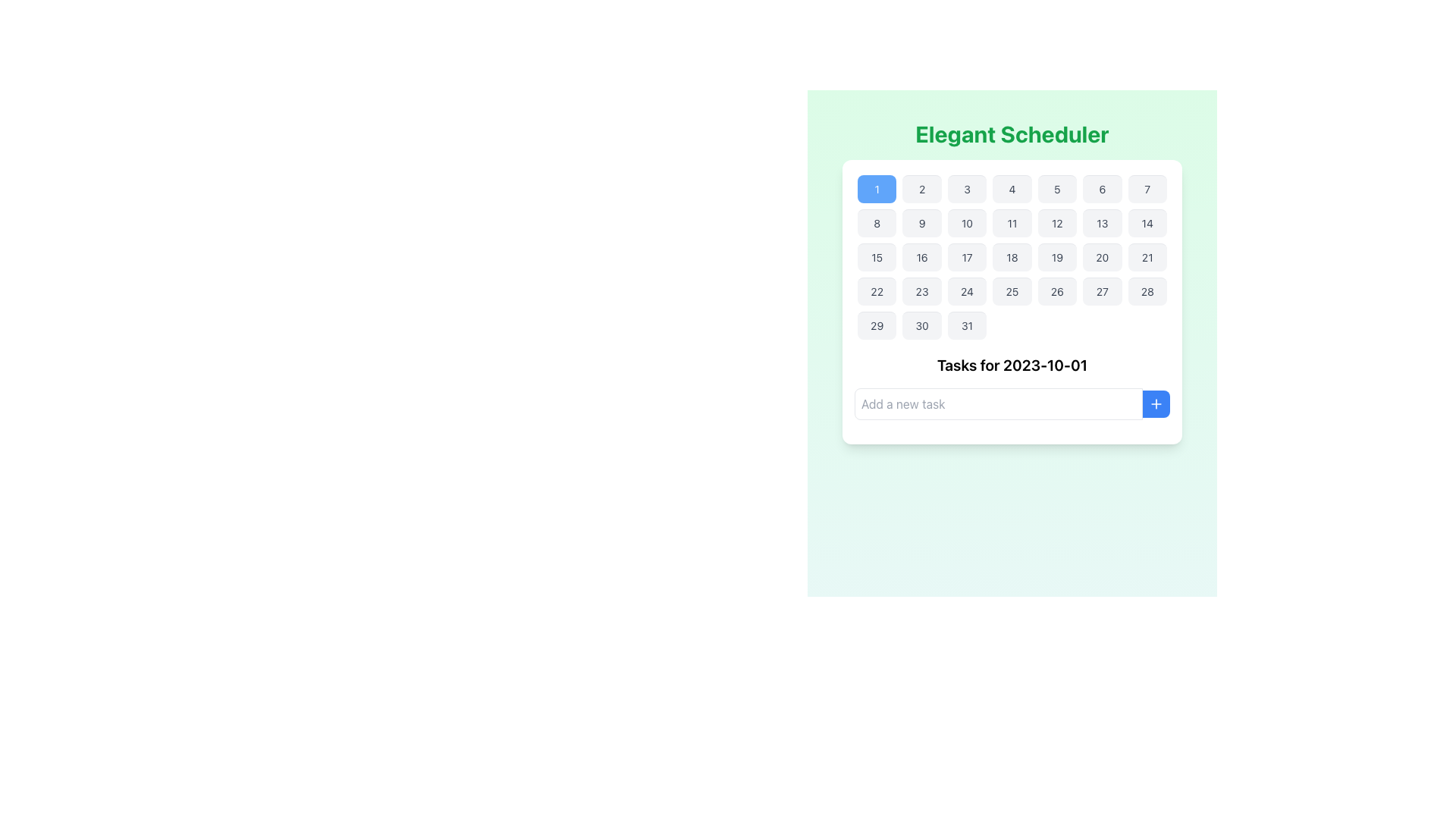 This screenshot has width=1456, height=819. I want to click on the calendar day button displaying the number '18', so click(1012, 256).